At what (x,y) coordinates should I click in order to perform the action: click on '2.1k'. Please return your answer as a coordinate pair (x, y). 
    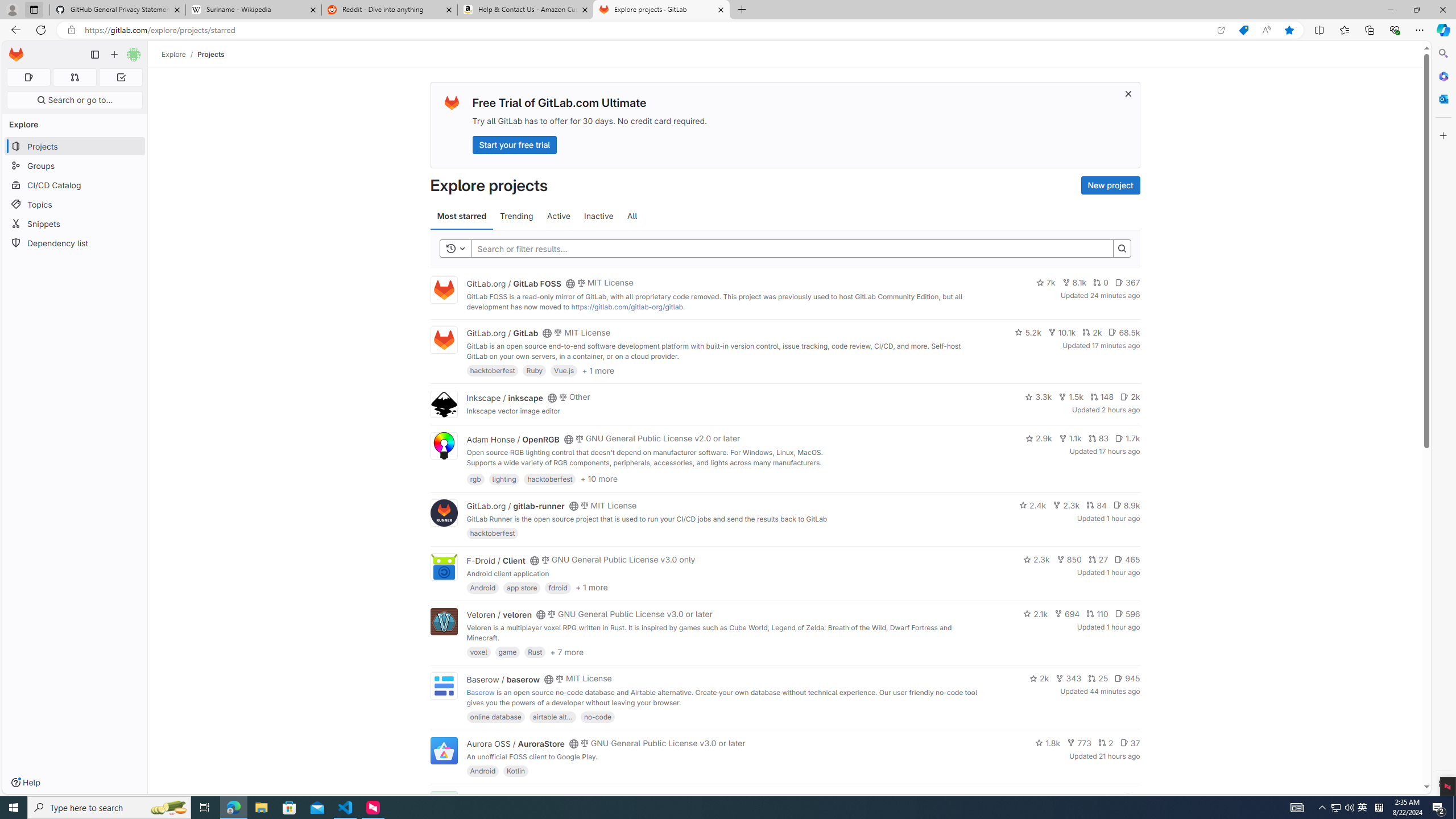
    Looking at the image, I should click on (1036, 614).